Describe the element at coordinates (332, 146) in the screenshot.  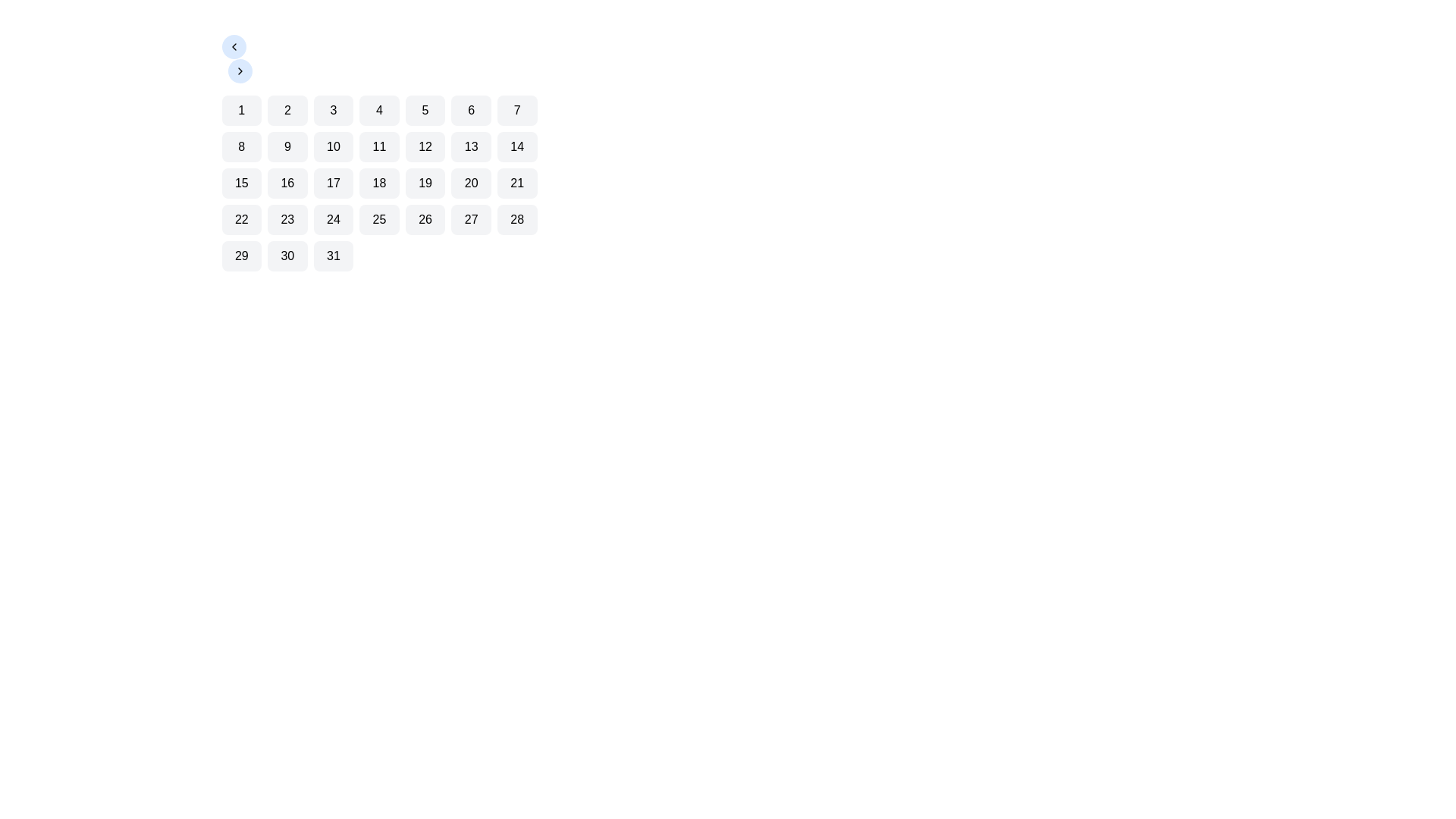
I see `the button with the number '10' displayed in bold text, located in the second row and third column of the grid layout` at that location.